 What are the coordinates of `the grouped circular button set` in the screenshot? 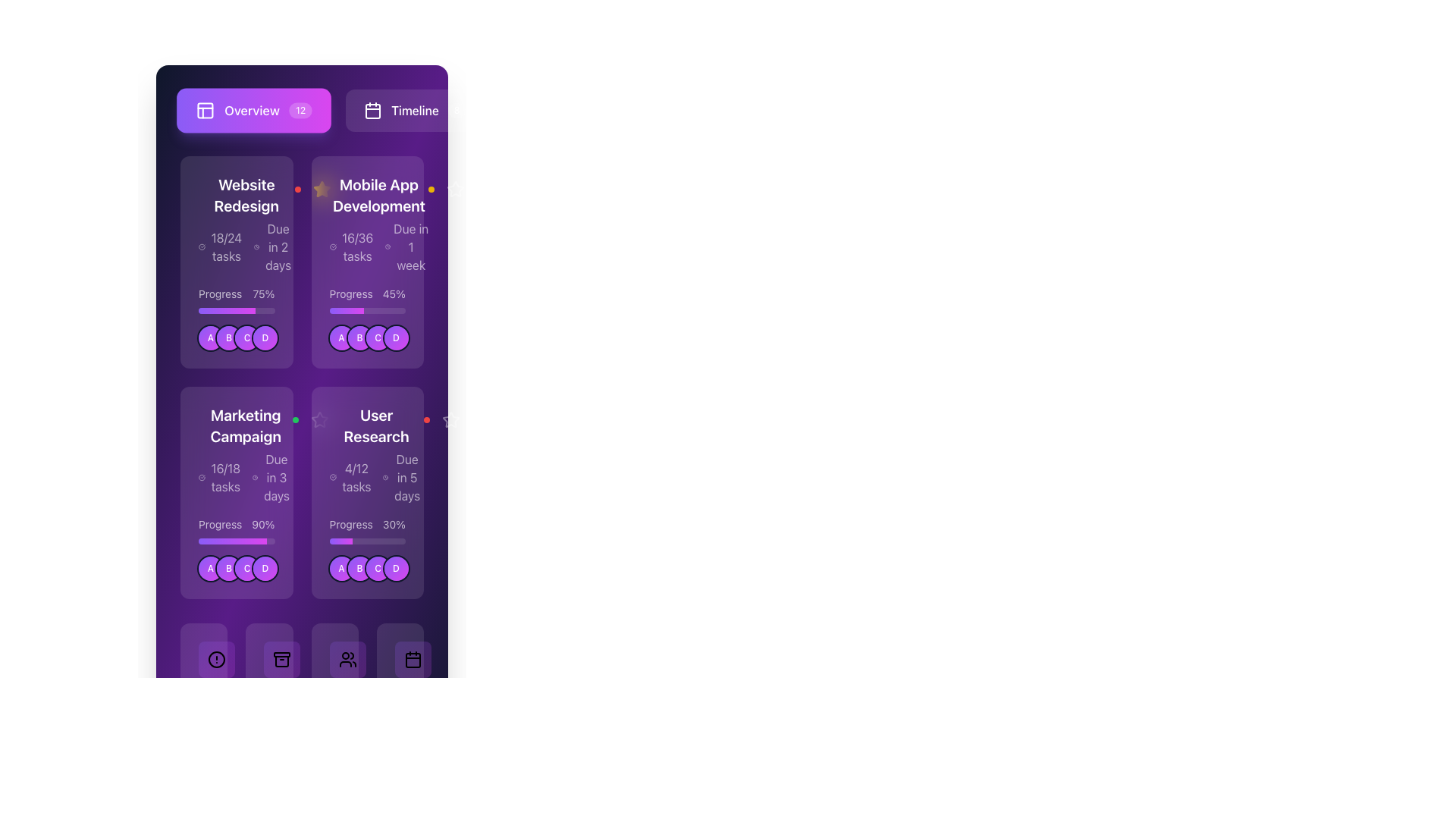 It's located at (369, 337).